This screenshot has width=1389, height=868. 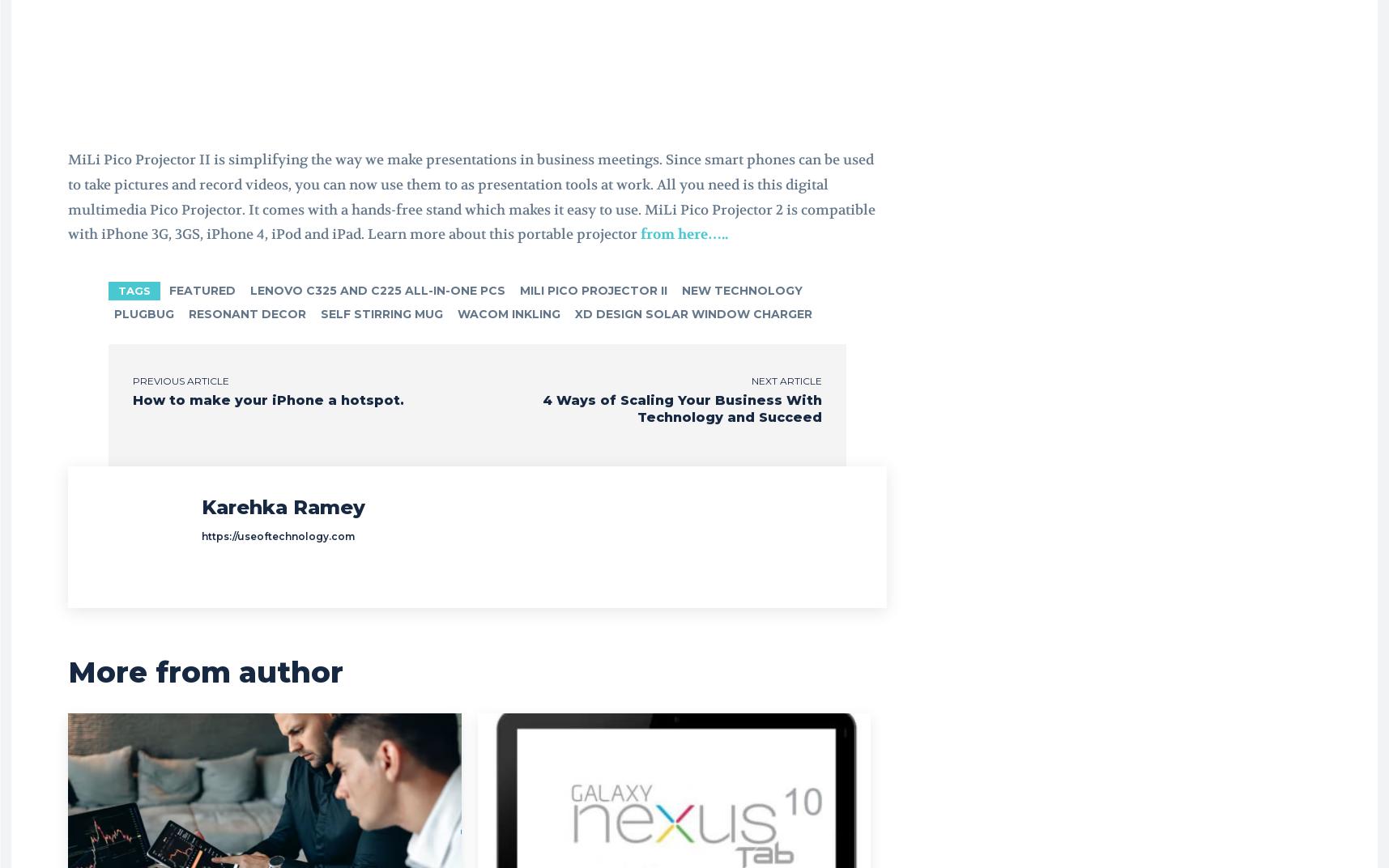 What do you see at coordinates (246, 313) in the screenshot?
I see `'Resonant Decor'` at bounding box center [246, 313].